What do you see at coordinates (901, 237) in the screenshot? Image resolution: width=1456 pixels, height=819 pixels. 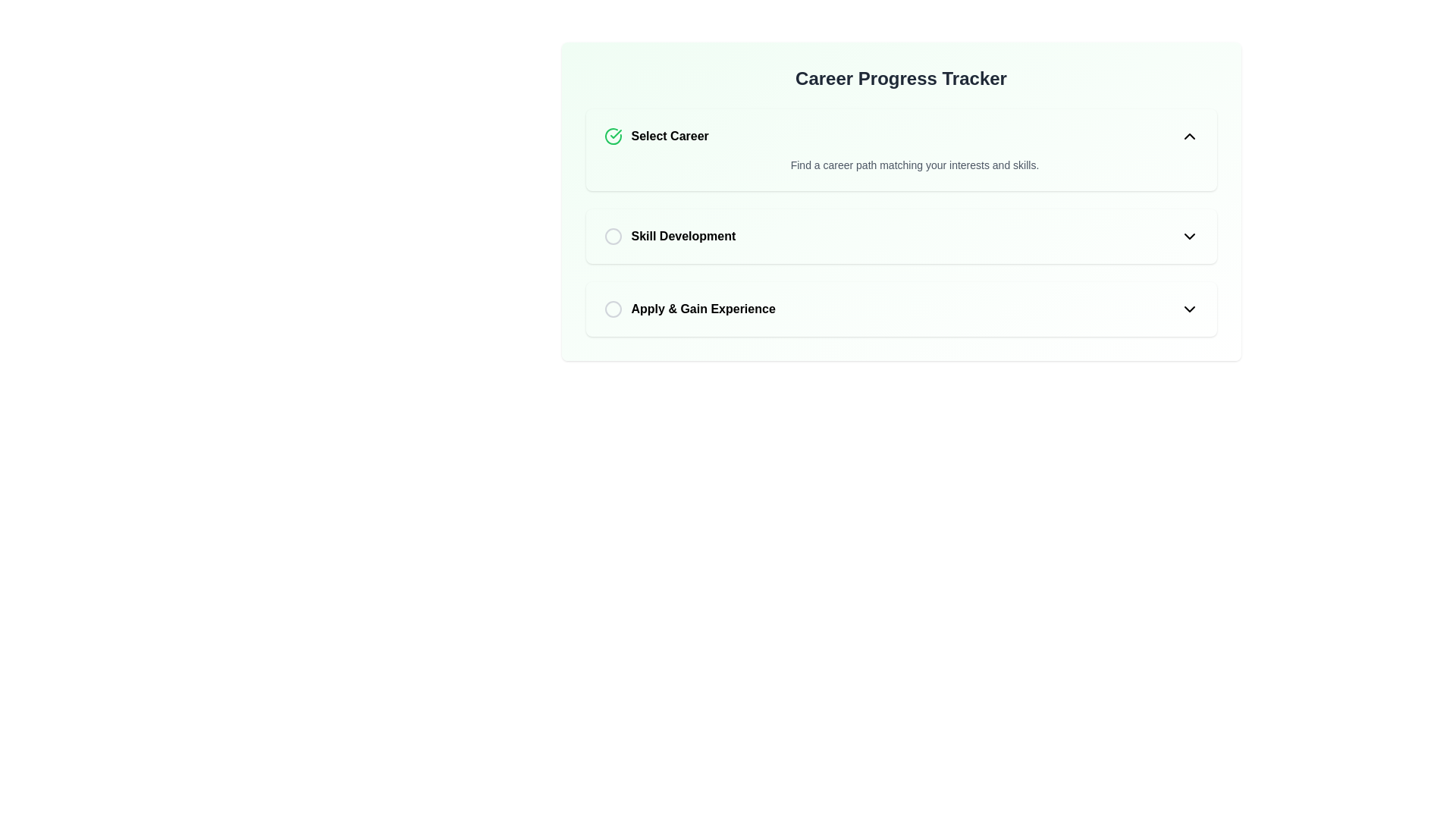 I see `the radio button of the 'Skill Development' item in the Career Progress Tracker list, which is styled with a white background and rounded corners` at bounding box center [901, 237].